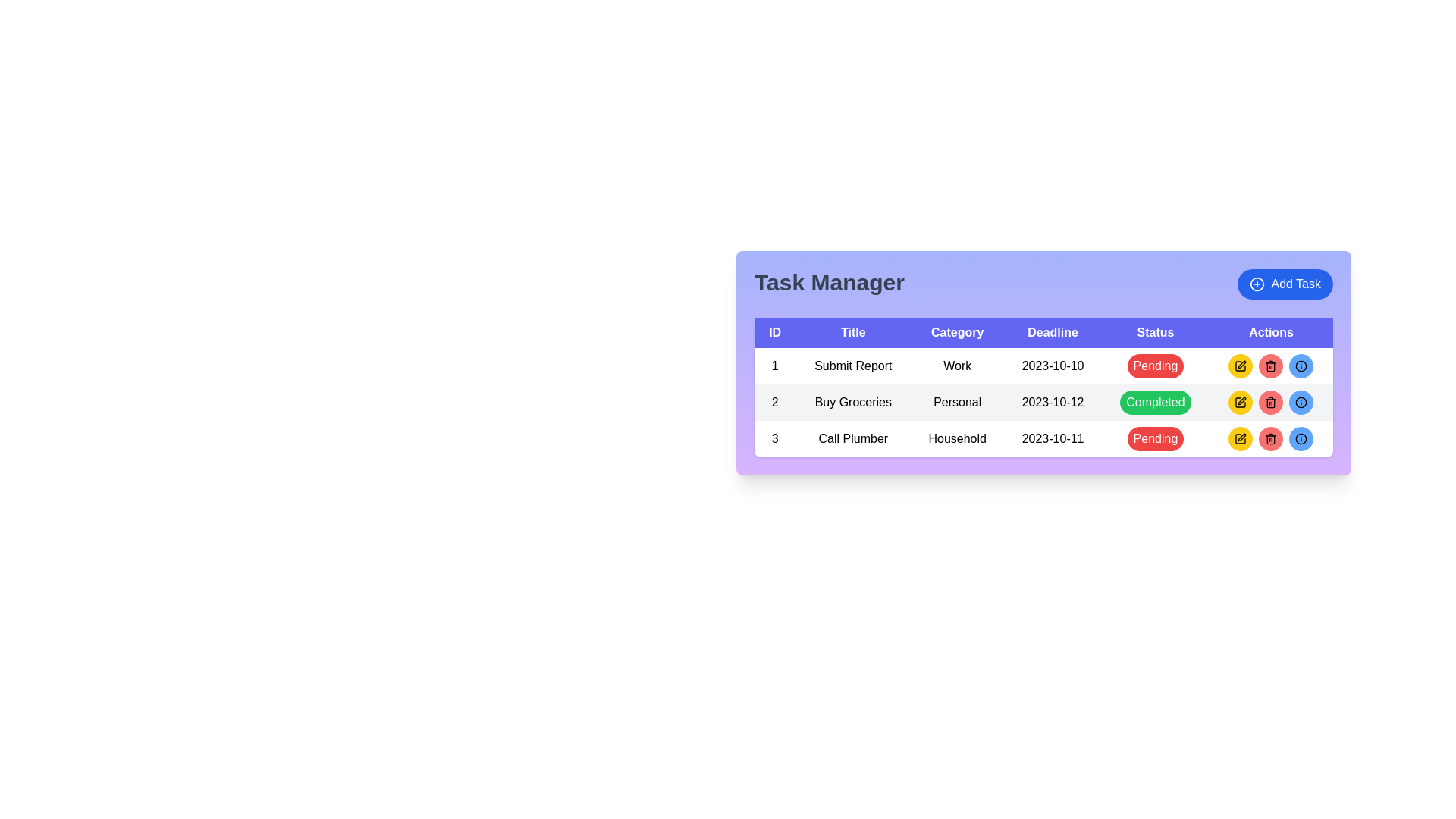  I want to click on the information button in the 'Actions' column of the table for the task titled 'Call Plumber', so click(1301, 438).